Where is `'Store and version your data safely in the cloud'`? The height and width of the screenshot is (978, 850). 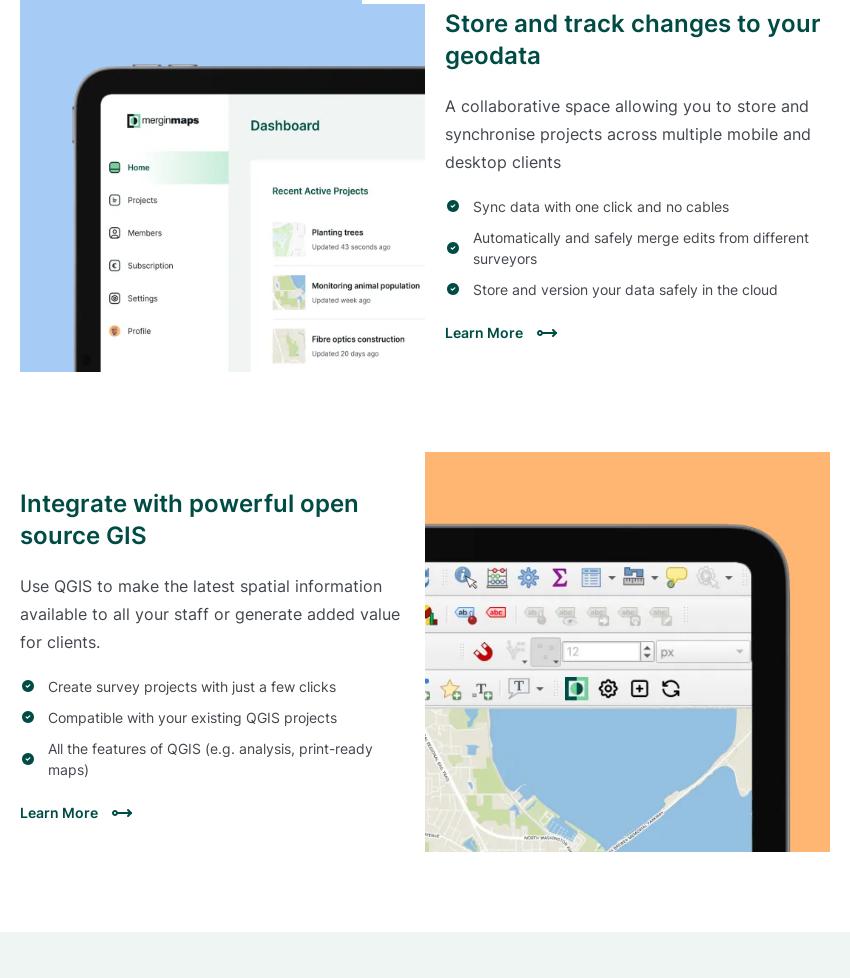
'Store and version your data safely in the cloud' is located at coordinates (624, 287).